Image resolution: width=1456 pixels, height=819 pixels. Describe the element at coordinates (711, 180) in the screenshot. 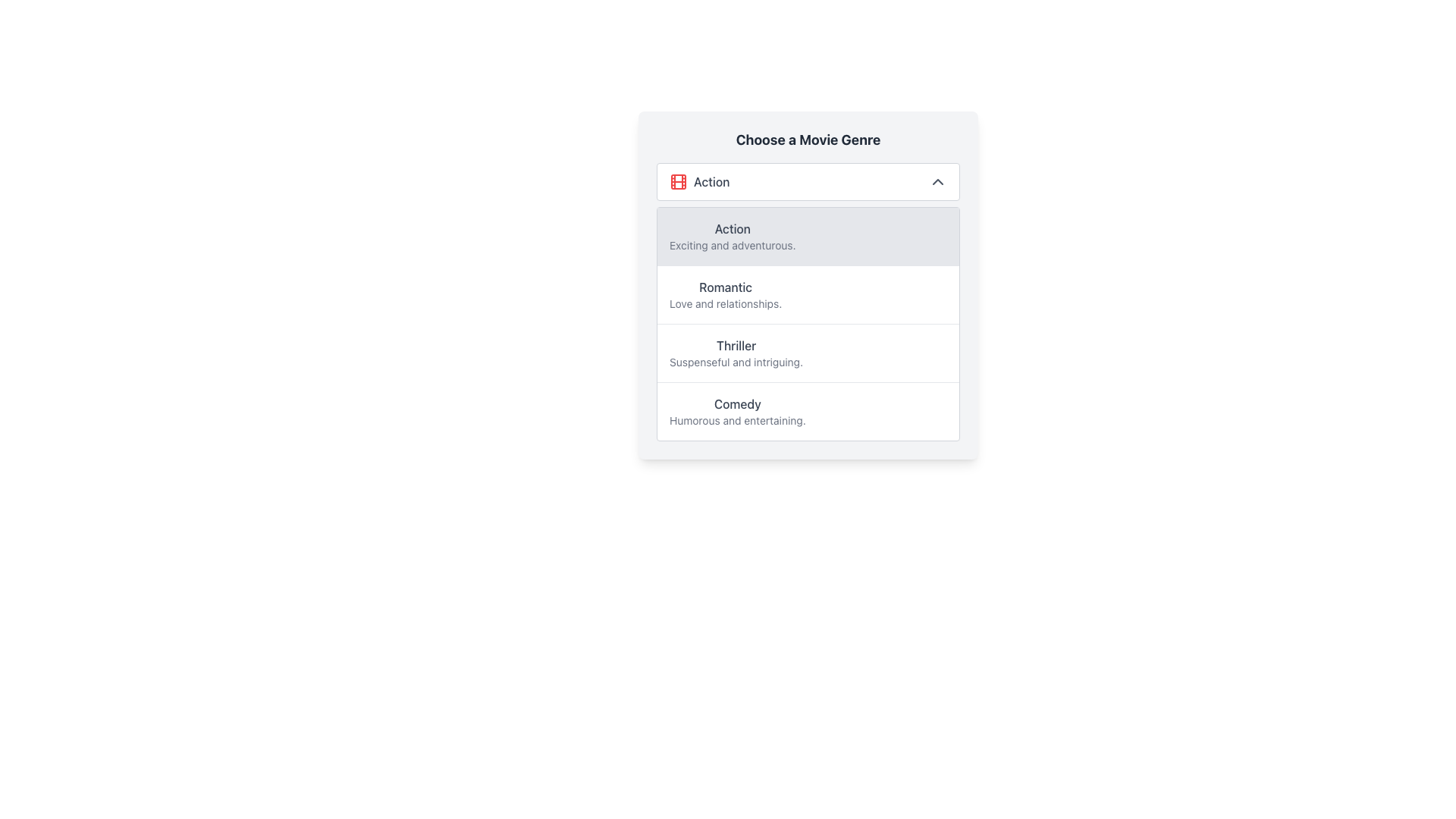

I see `the text label displaying the word 'Action' in gray color, located in the upper-left area of a dropdown interface` at that location.